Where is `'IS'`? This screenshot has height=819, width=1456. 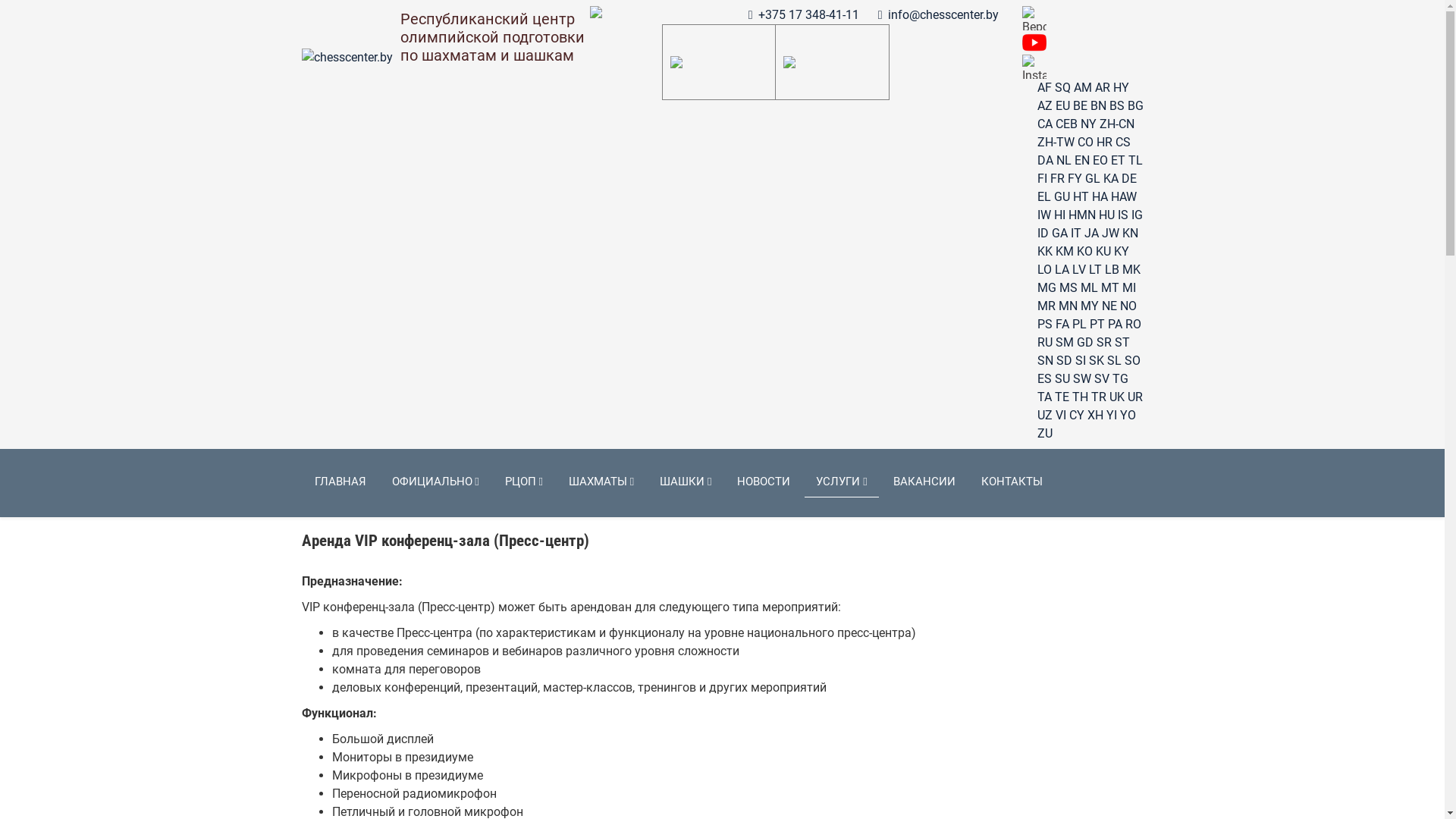
'IS' is located at coordinates (1117, 215).